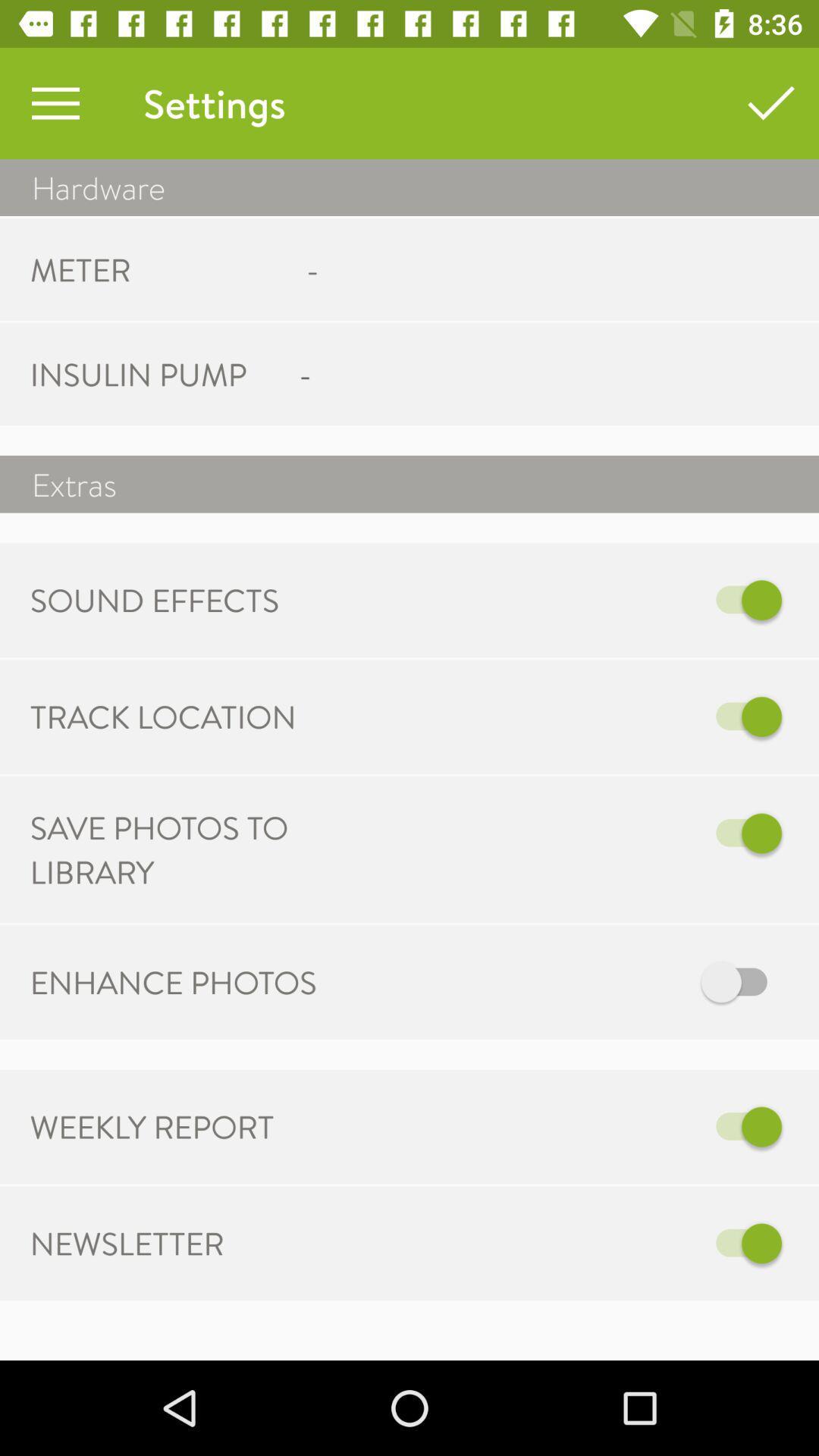  What do you see at coordinates (566, 1127) in the screenshot?
I see `item next to weekly report icon` at bounding box center [566, 1127].